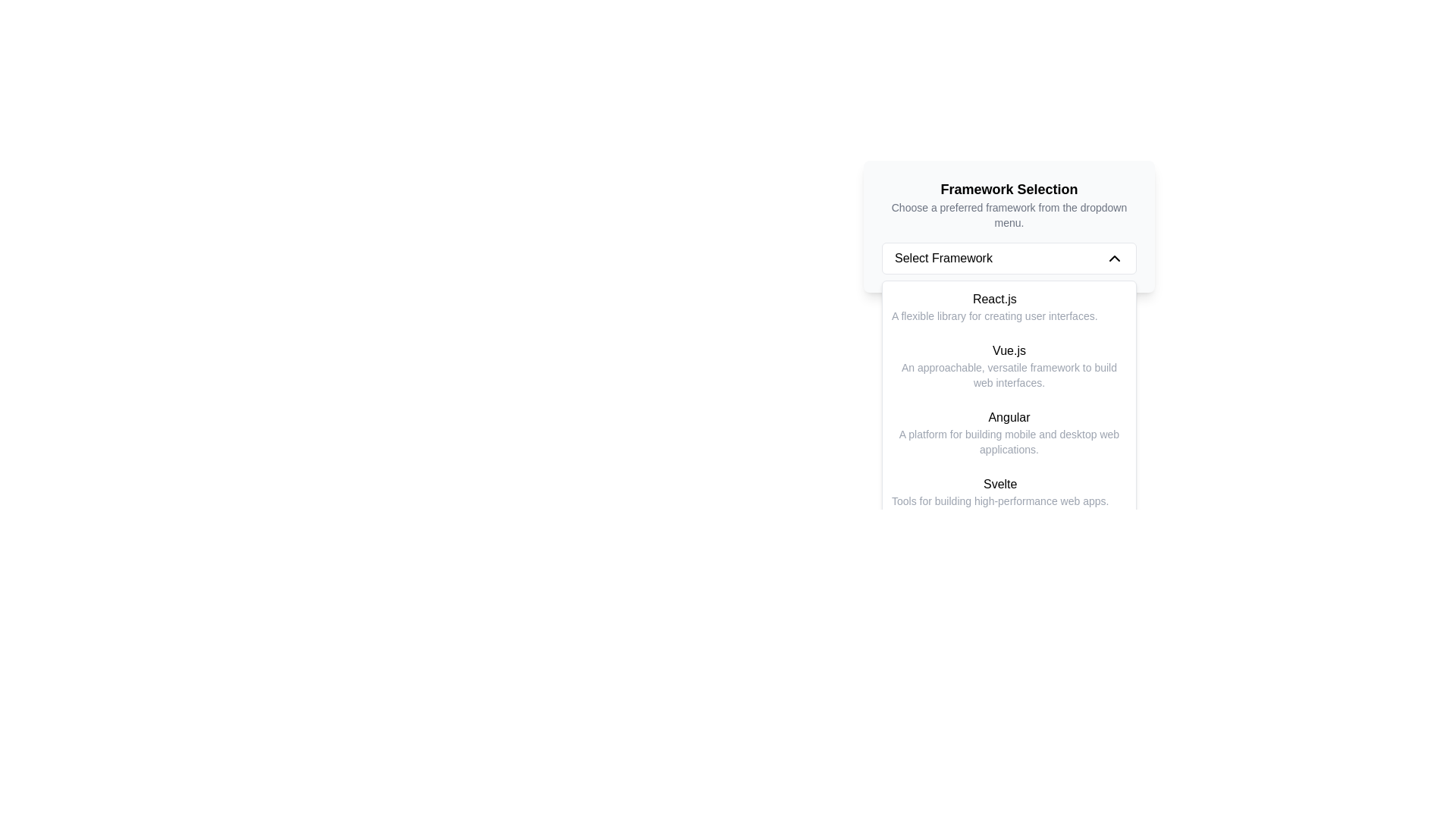 The width and height of the screenshot is (1456, 819). Describe the element at coordinates (1009, 491) in the screenshot. I see `the fourth option in the 'Select Framework' dropdown menu` at that location.